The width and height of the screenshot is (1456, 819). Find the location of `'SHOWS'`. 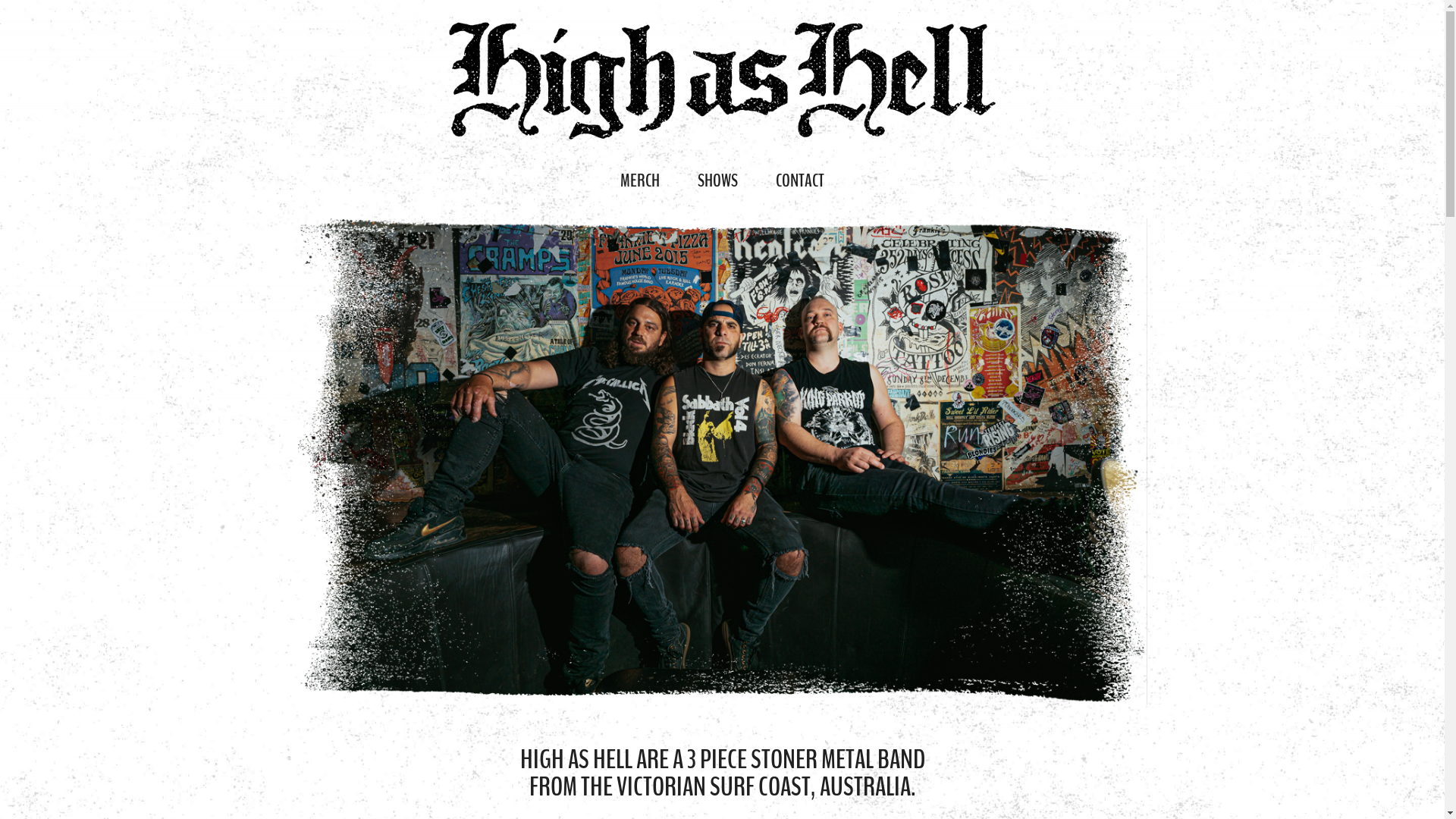

'SHOWS' is located at coordinates (717, 180).